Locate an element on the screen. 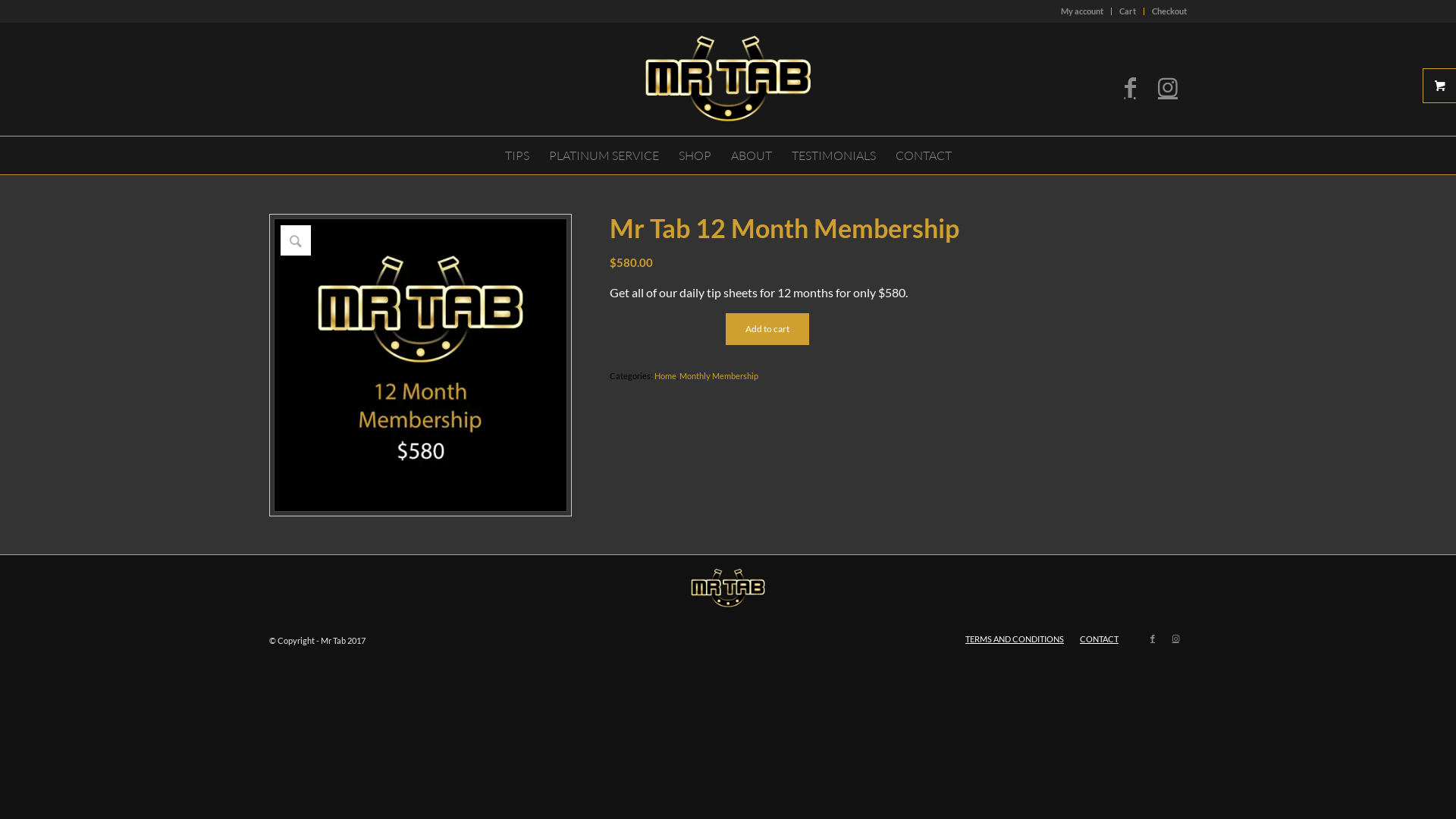  'TERMS AND CONDITIONS' is located at coordinates (1015, 639).